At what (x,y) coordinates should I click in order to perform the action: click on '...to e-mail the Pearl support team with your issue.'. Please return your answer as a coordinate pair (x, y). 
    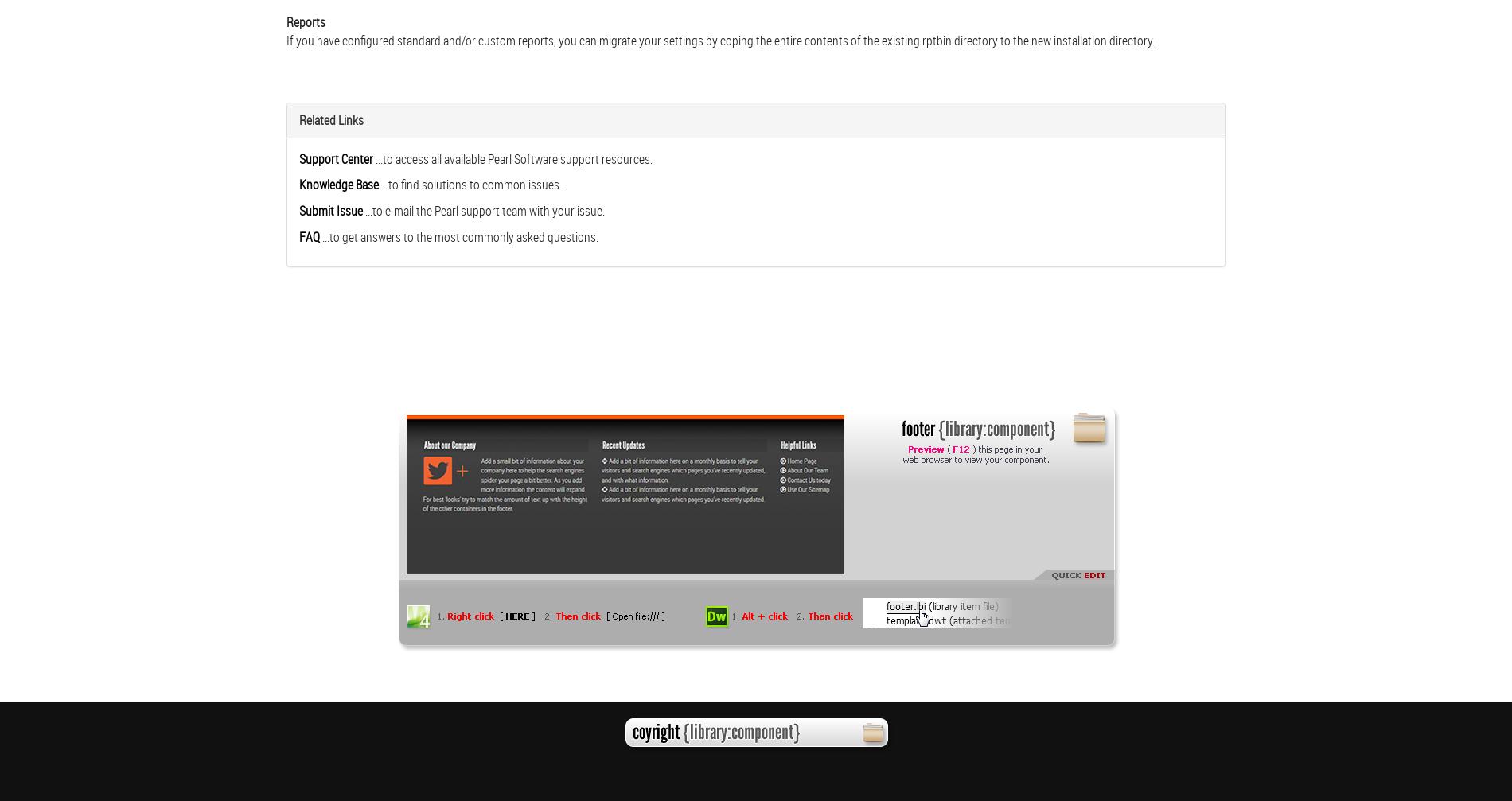
    Looking at the image, I should click on (485, 211).